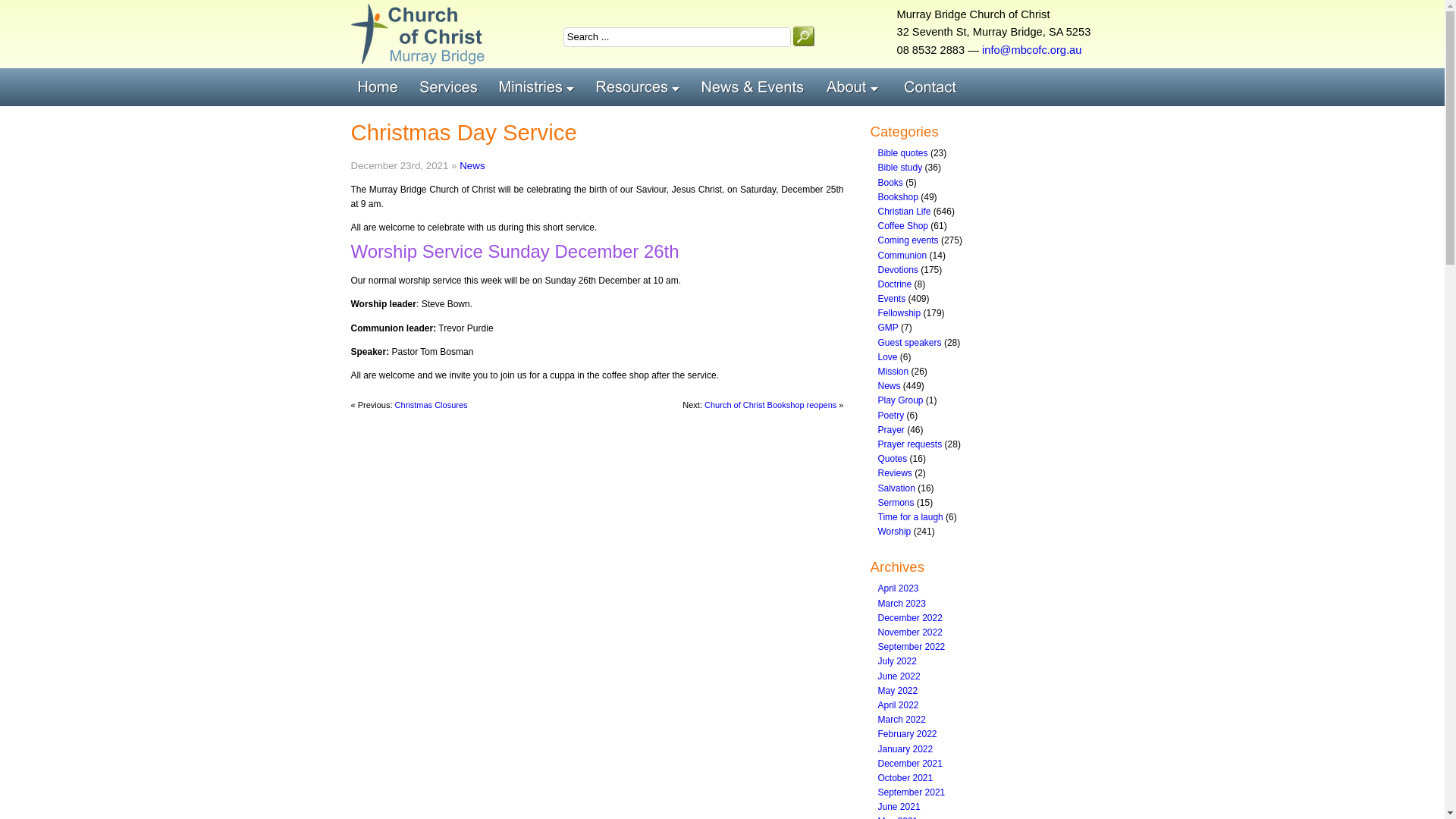  Describe the element at coordinates (877, 385) in the screenshot. I see `'News'` at that location.